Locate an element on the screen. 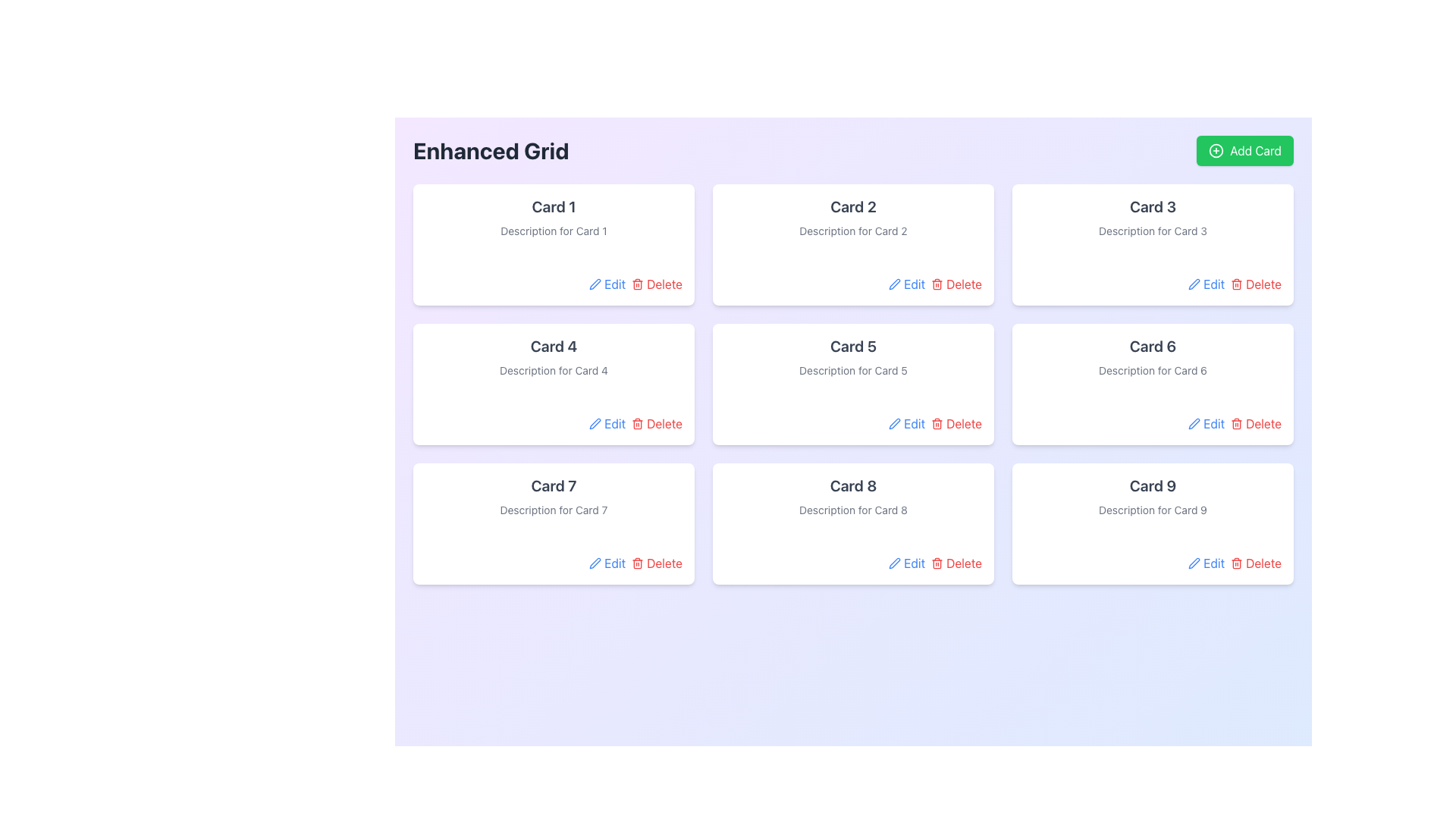  static text label located at the top central region of the card, which serves as the title or identifier for the card in the third position from the left in the top row of a grid arrangement of cards is located at coordinates (1153, 207).